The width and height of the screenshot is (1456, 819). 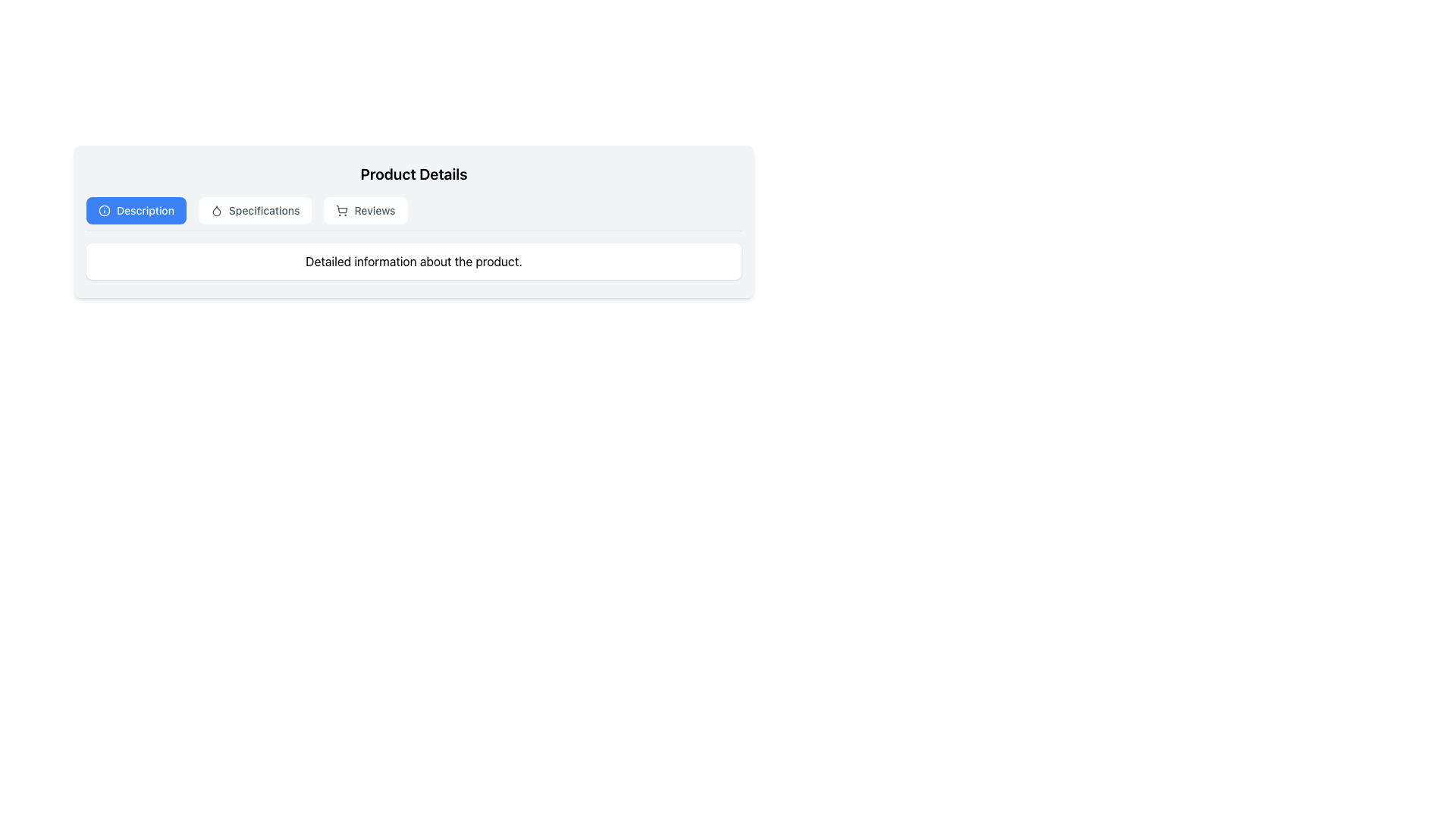 What do you see at coordinates (366, 210) in the screenshot?
I see `the third tab button located beneath the 'Product Details' title` at bounding box center [366, 210].